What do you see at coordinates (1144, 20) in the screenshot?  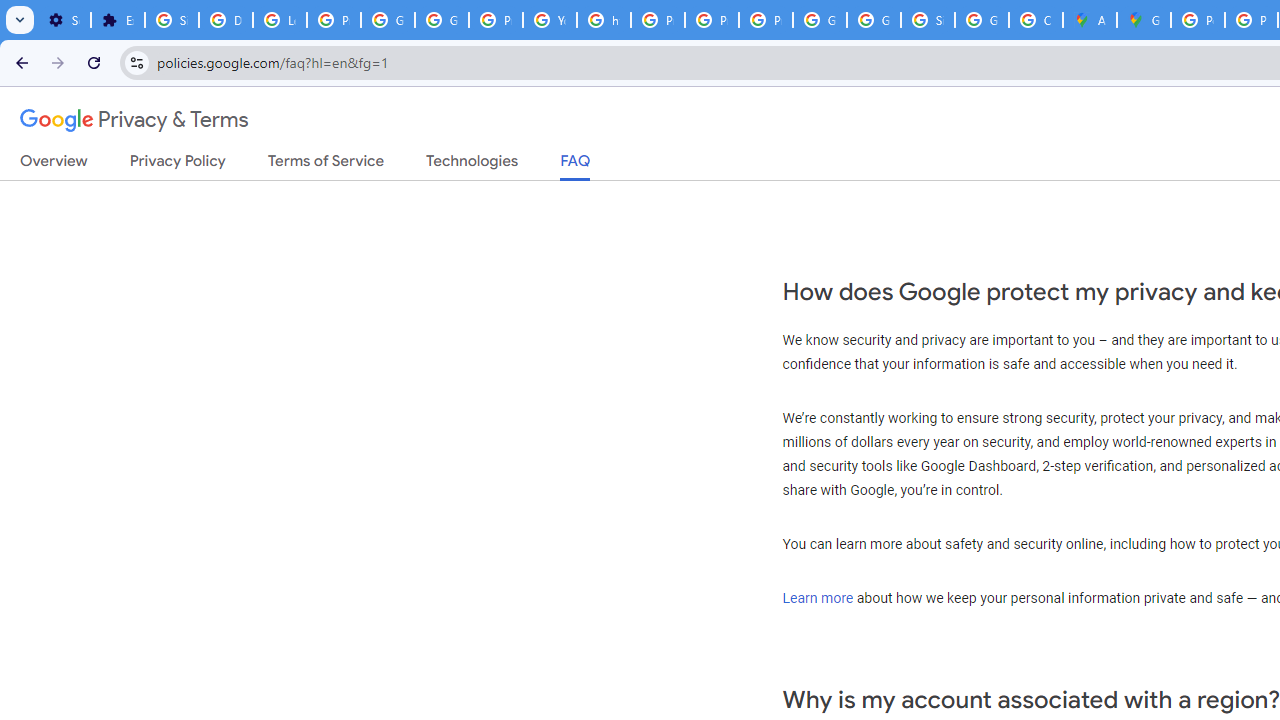 I see `'Google Maps'` at bounding box center [1144, 20].